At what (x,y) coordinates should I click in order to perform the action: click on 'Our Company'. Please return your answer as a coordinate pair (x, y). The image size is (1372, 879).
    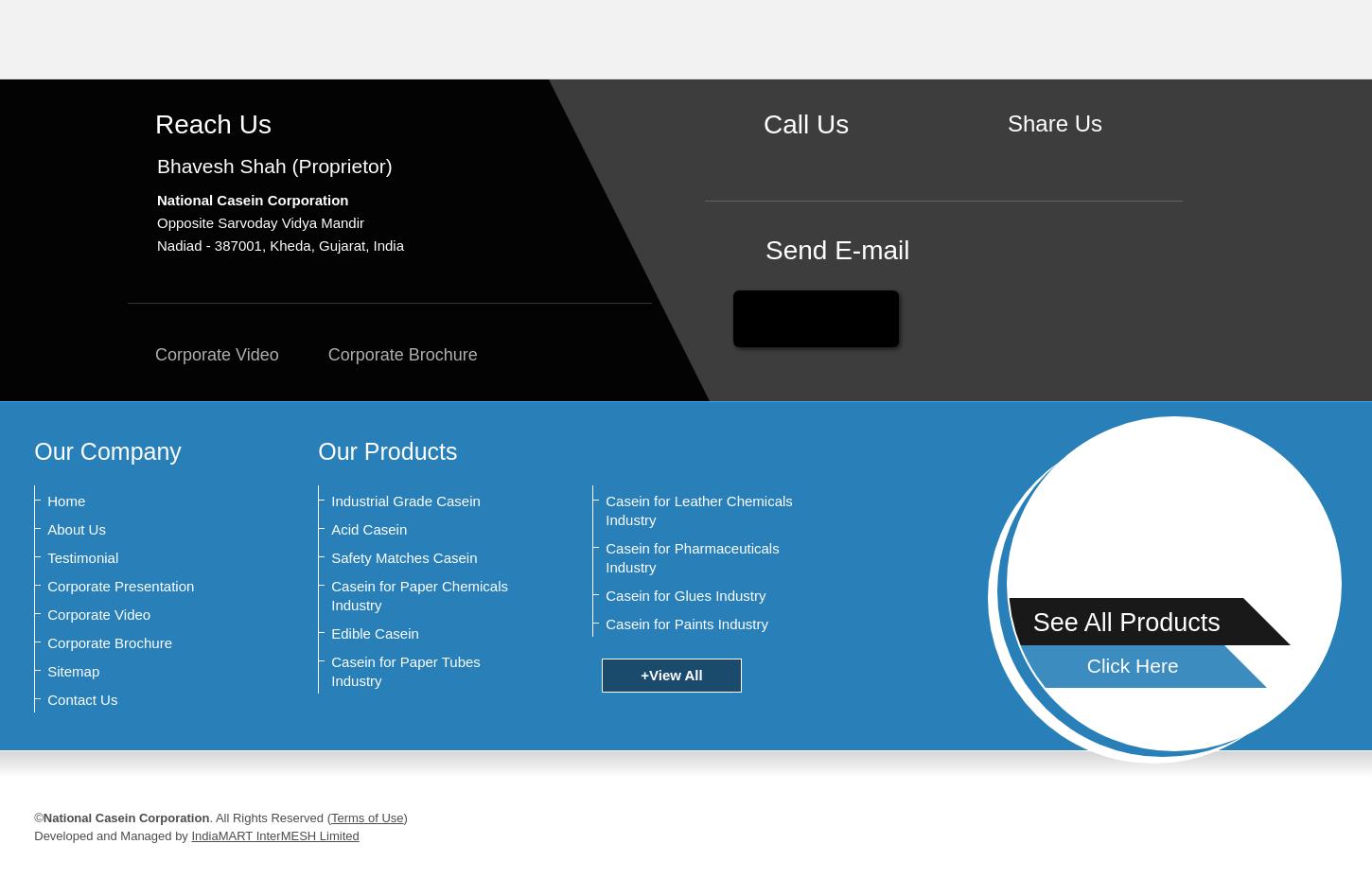
    Looking at the image, I should click on (33, 451).